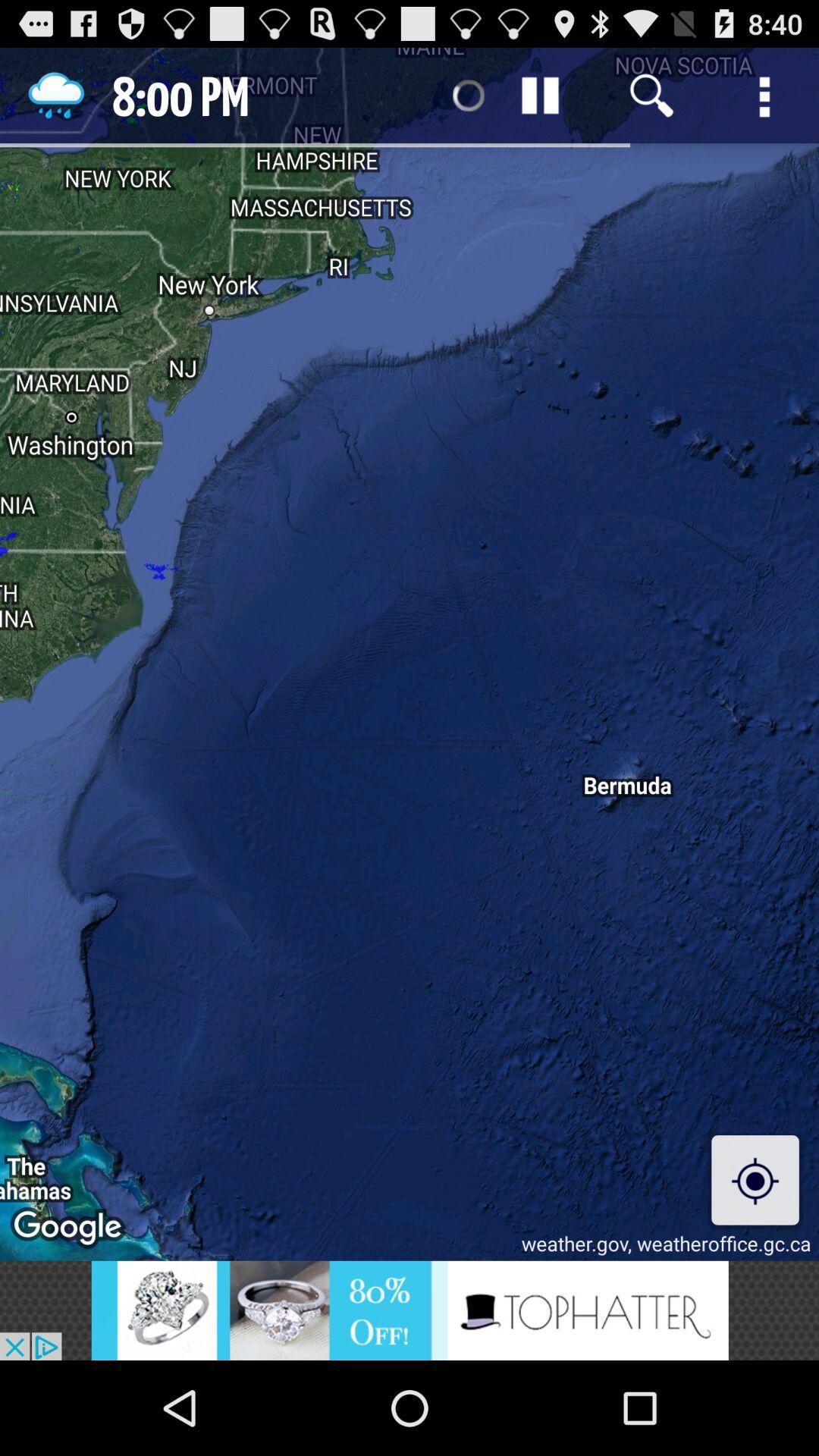  I want to click on advertise bar, so click(409, 1310).